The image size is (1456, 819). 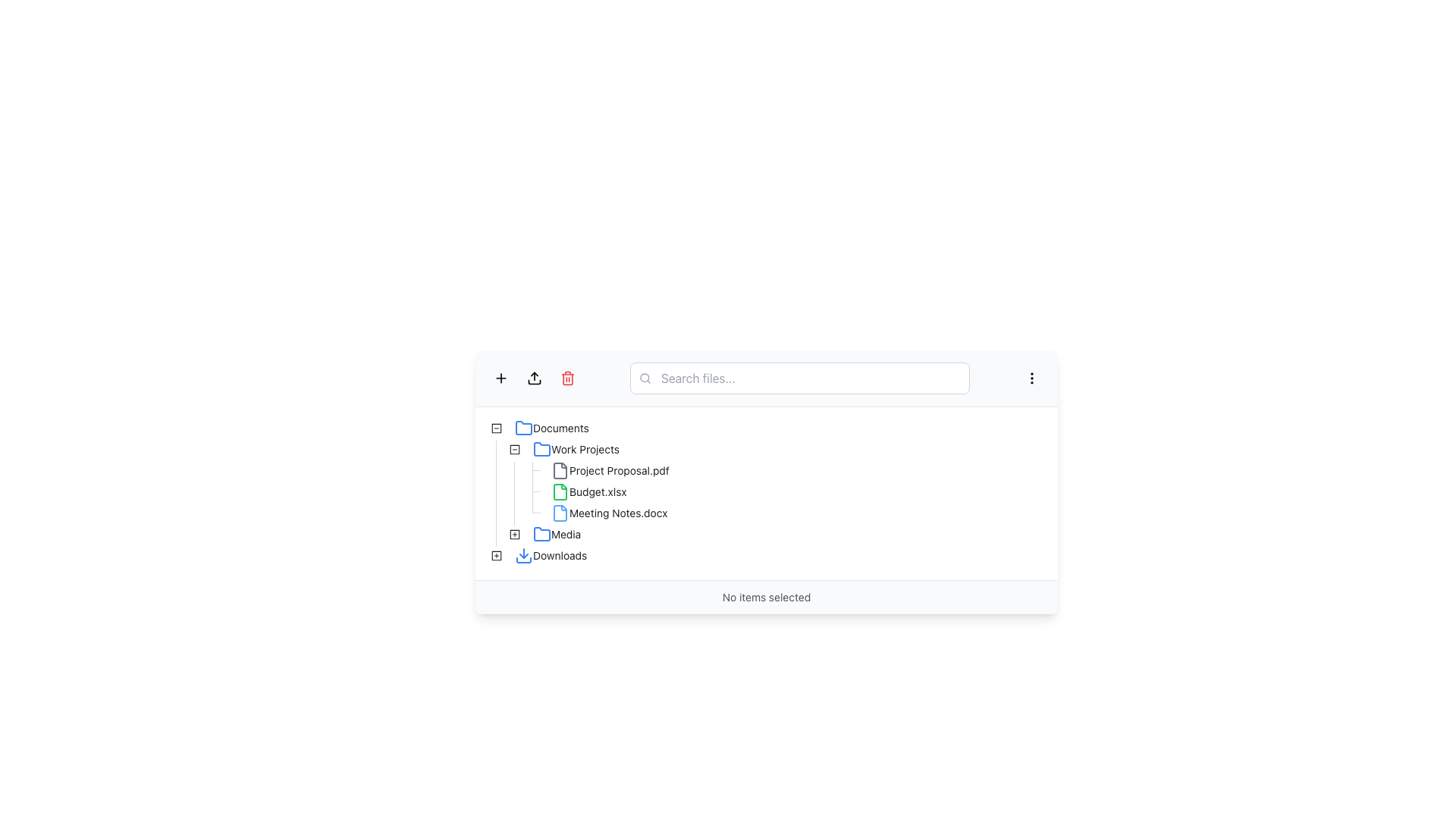 I want to click on the icon button next to the 'Media' folder in the file explorer, so click(x=514, y=534).